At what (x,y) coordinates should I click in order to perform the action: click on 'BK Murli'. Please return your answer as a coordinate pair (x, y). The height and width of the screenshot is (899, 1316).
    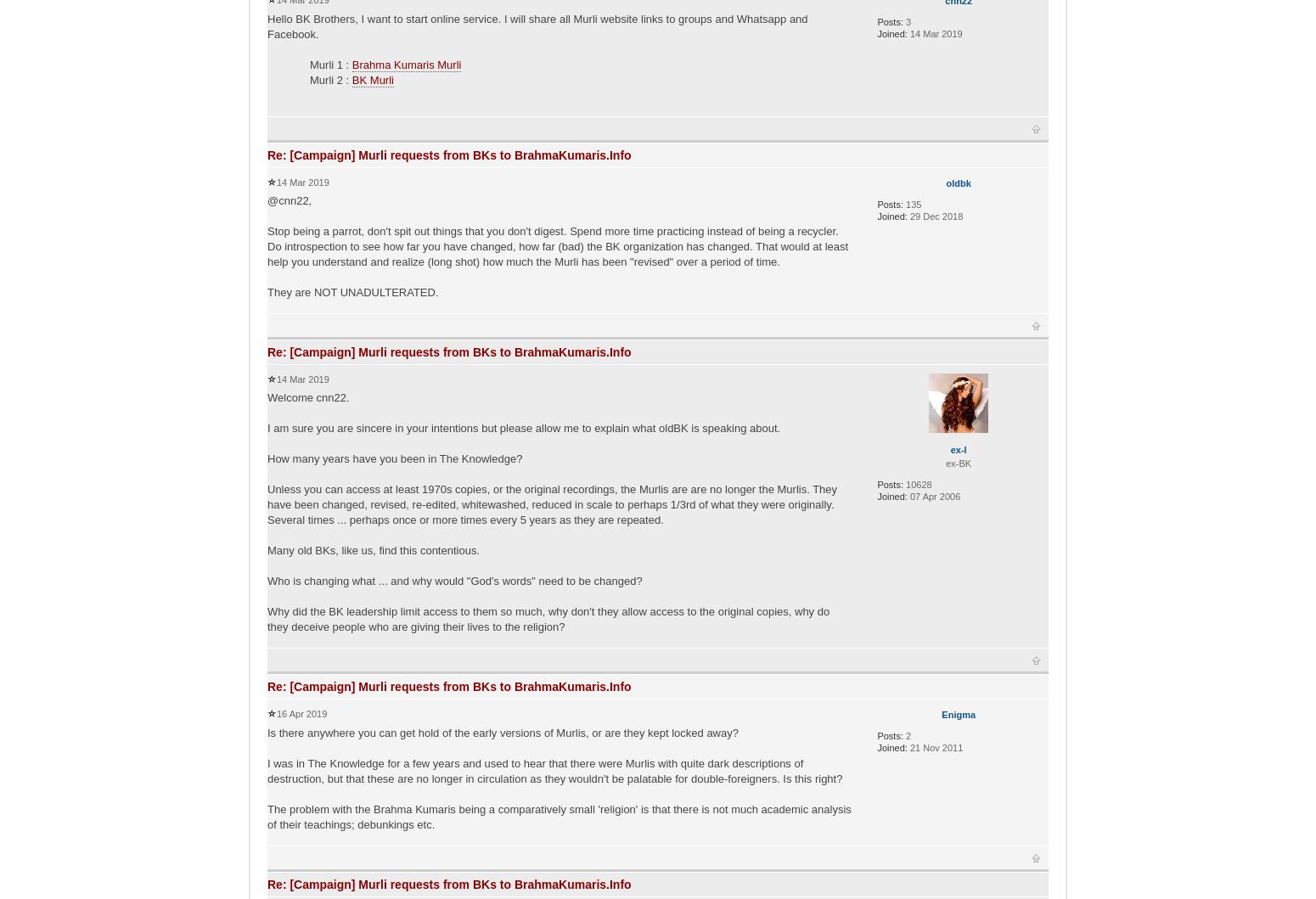
    Looking at the image, I should click on (372, 79).